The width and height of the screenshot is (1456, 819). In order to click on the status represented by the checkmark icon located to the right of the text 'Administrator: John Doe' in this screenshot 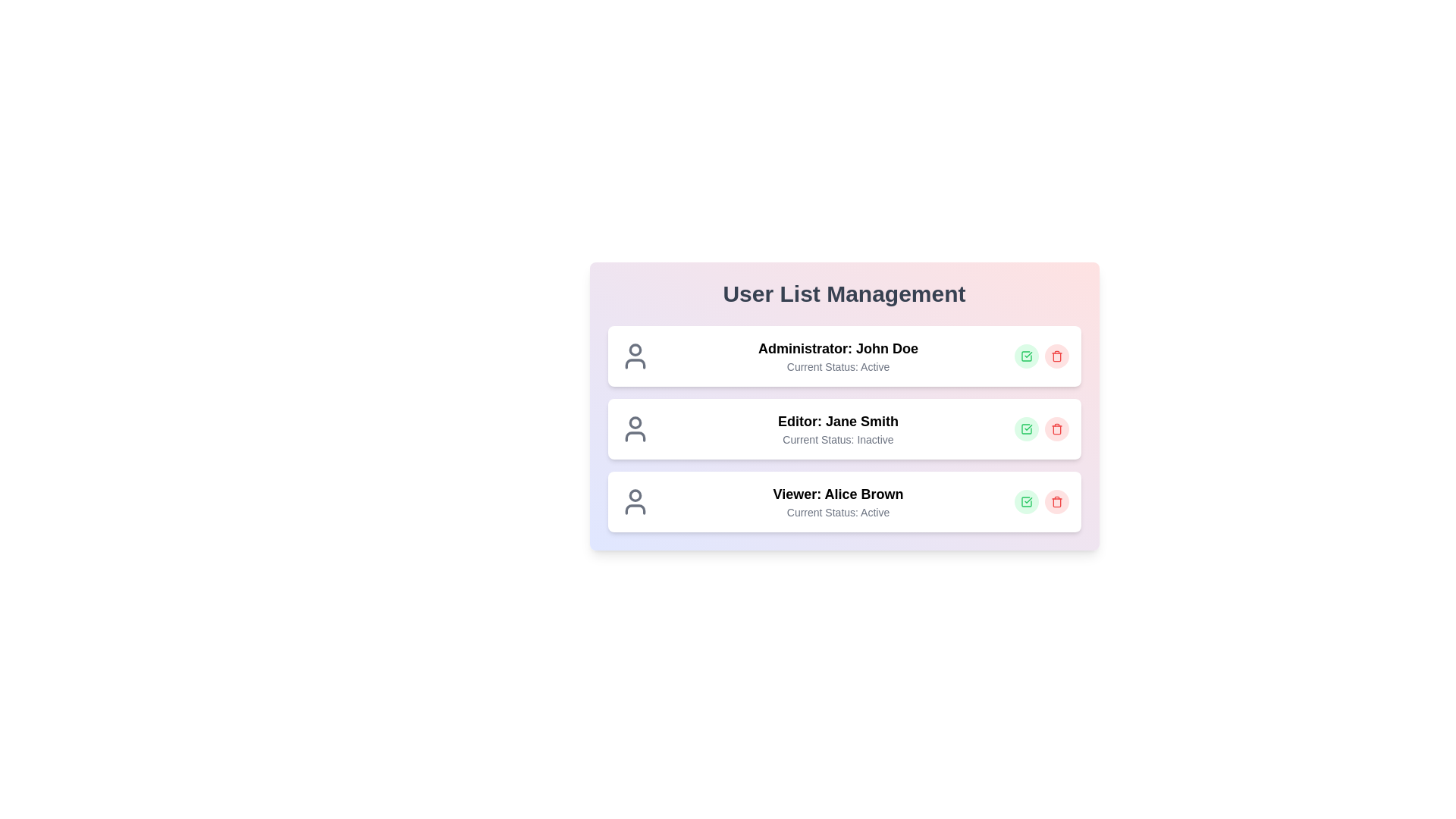, I will do `click(1026, 356)`.